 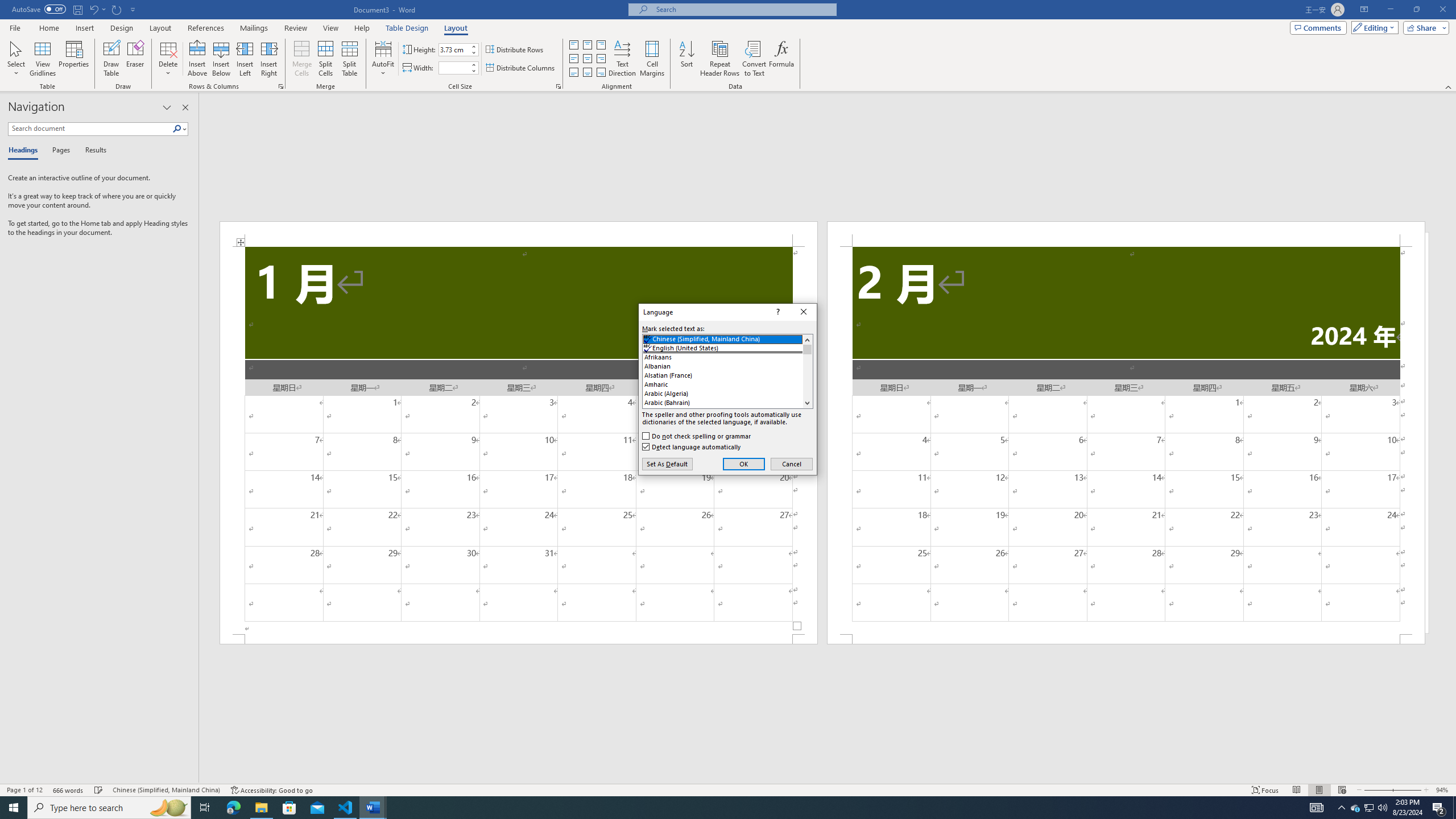 I want to click on 'Convert to Text...', so click(x=754, y=59).